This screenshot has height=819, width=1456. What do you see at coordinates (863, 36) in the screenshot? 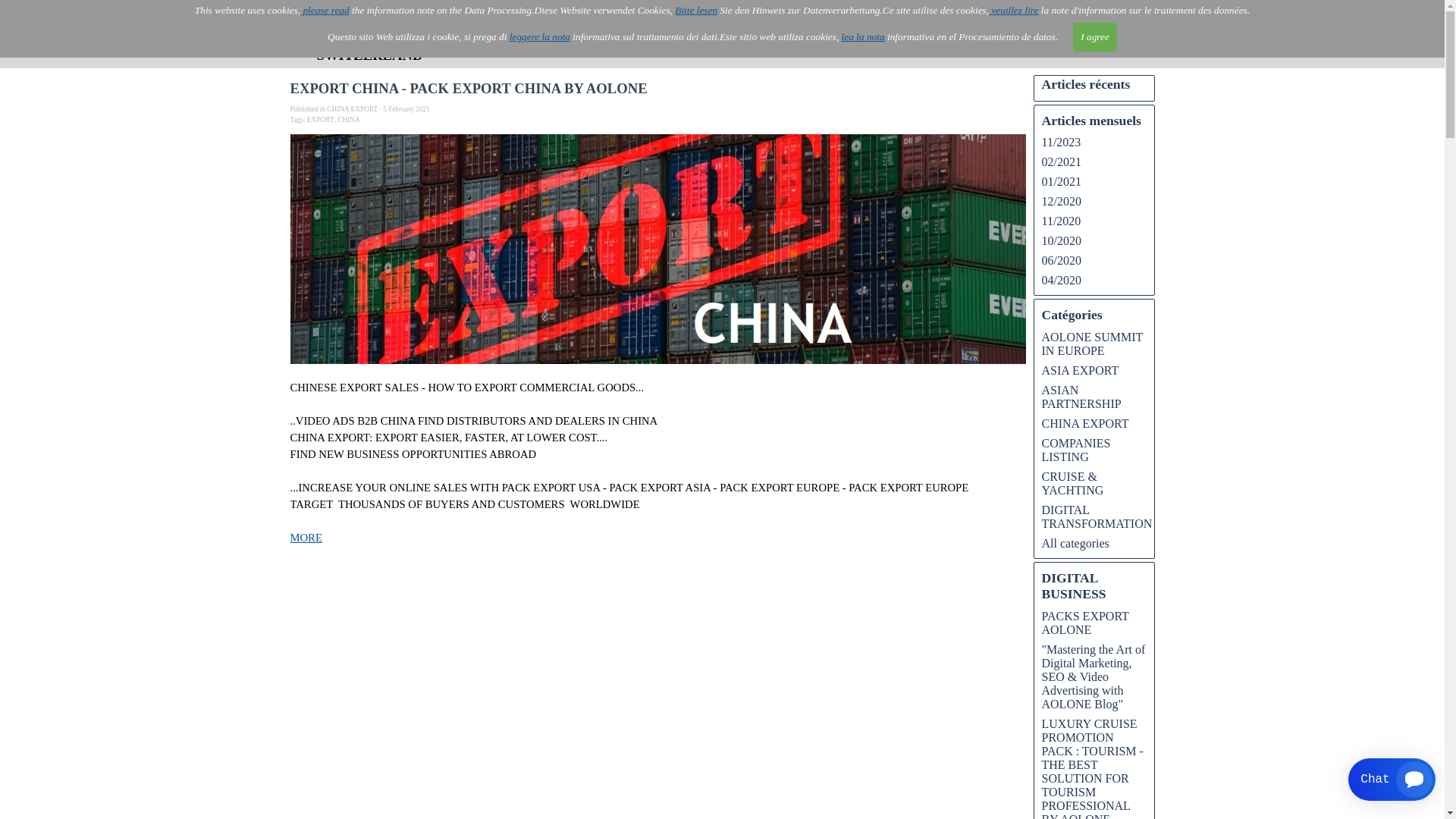
I see `'lea la nota'` at bounding box center [863, 36].